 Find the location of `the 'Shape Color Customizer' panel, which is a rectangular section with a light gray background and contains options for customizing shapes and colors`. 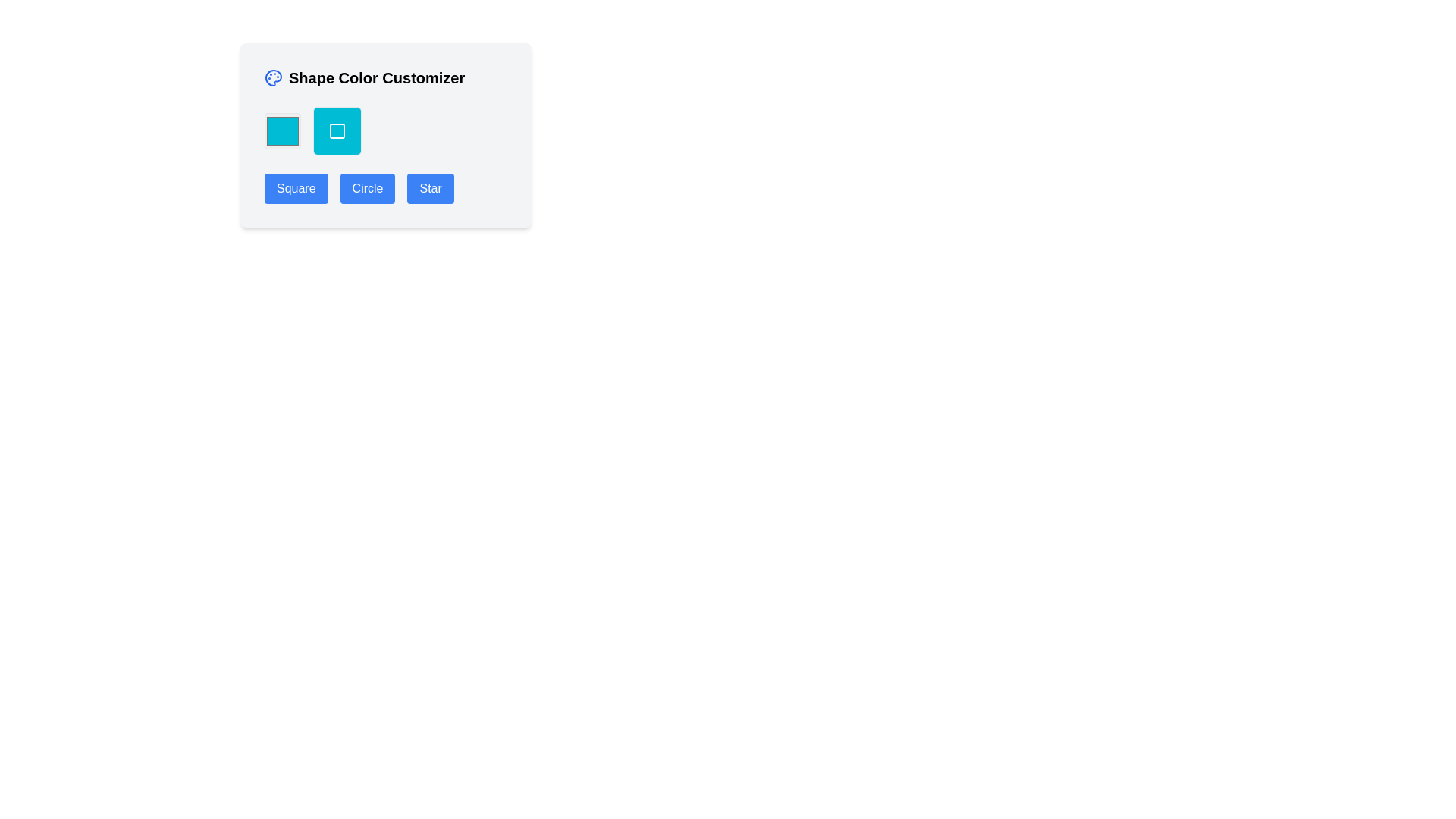

the 'Shape Color Customizer' panel, which is a rectangular section with a light gray background and contains options for customizing shapes and colors is located at coordinates (385, 134).